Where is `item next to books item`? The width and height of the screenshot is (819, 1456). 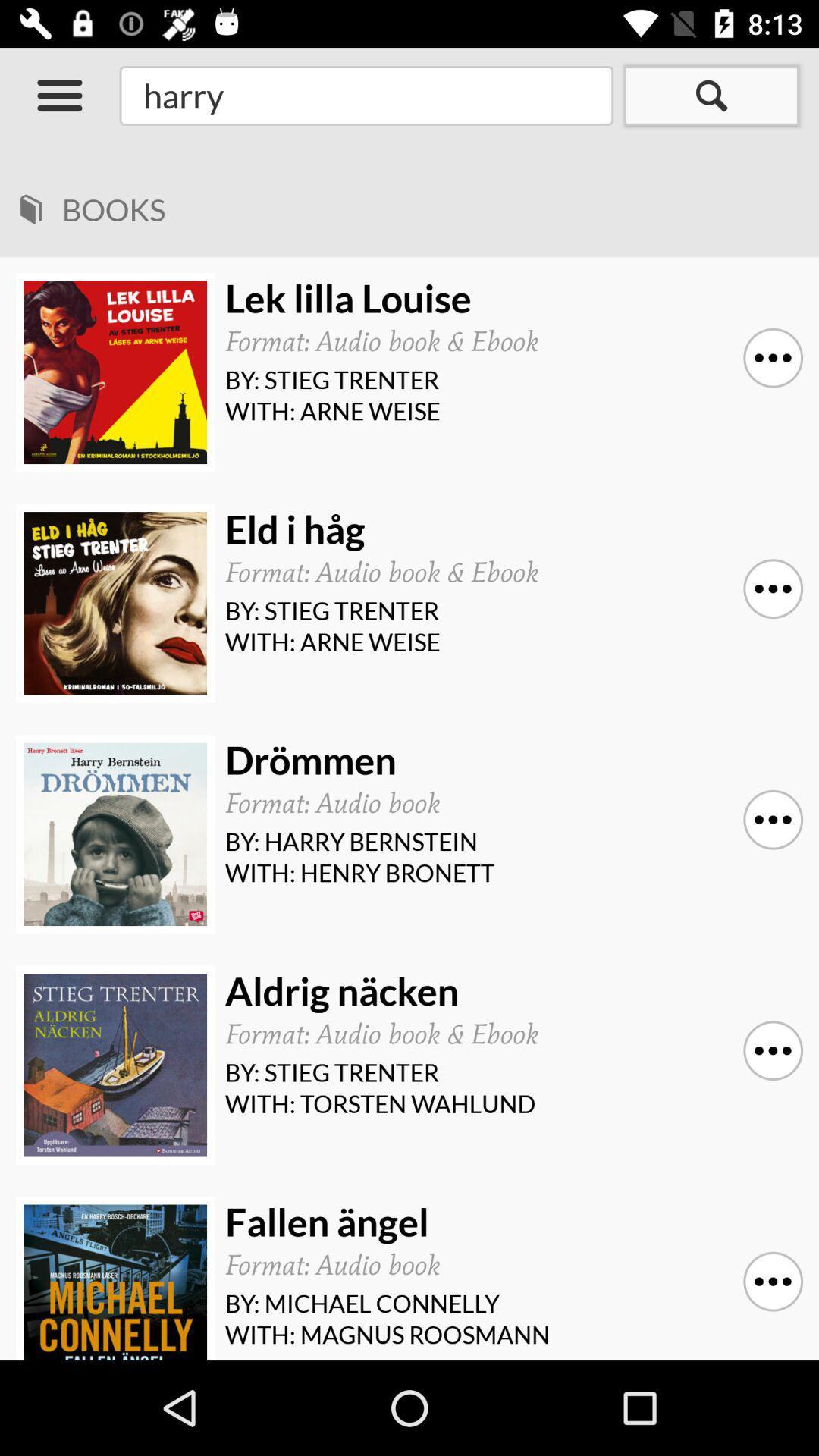
item next to books item is located at coordinates (30, 203).